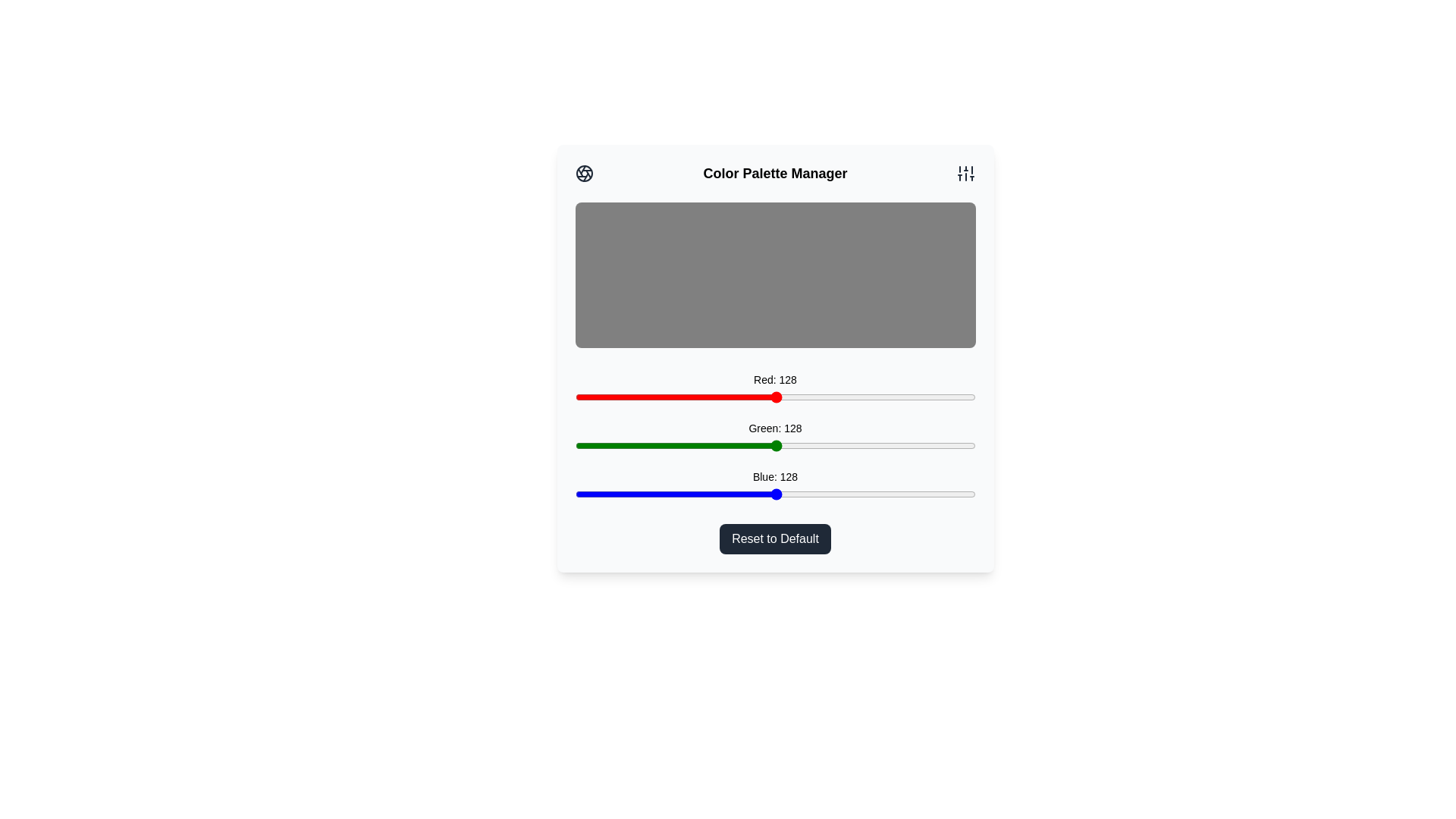  I want to click on the red color slider to 124, so click(770, 397).